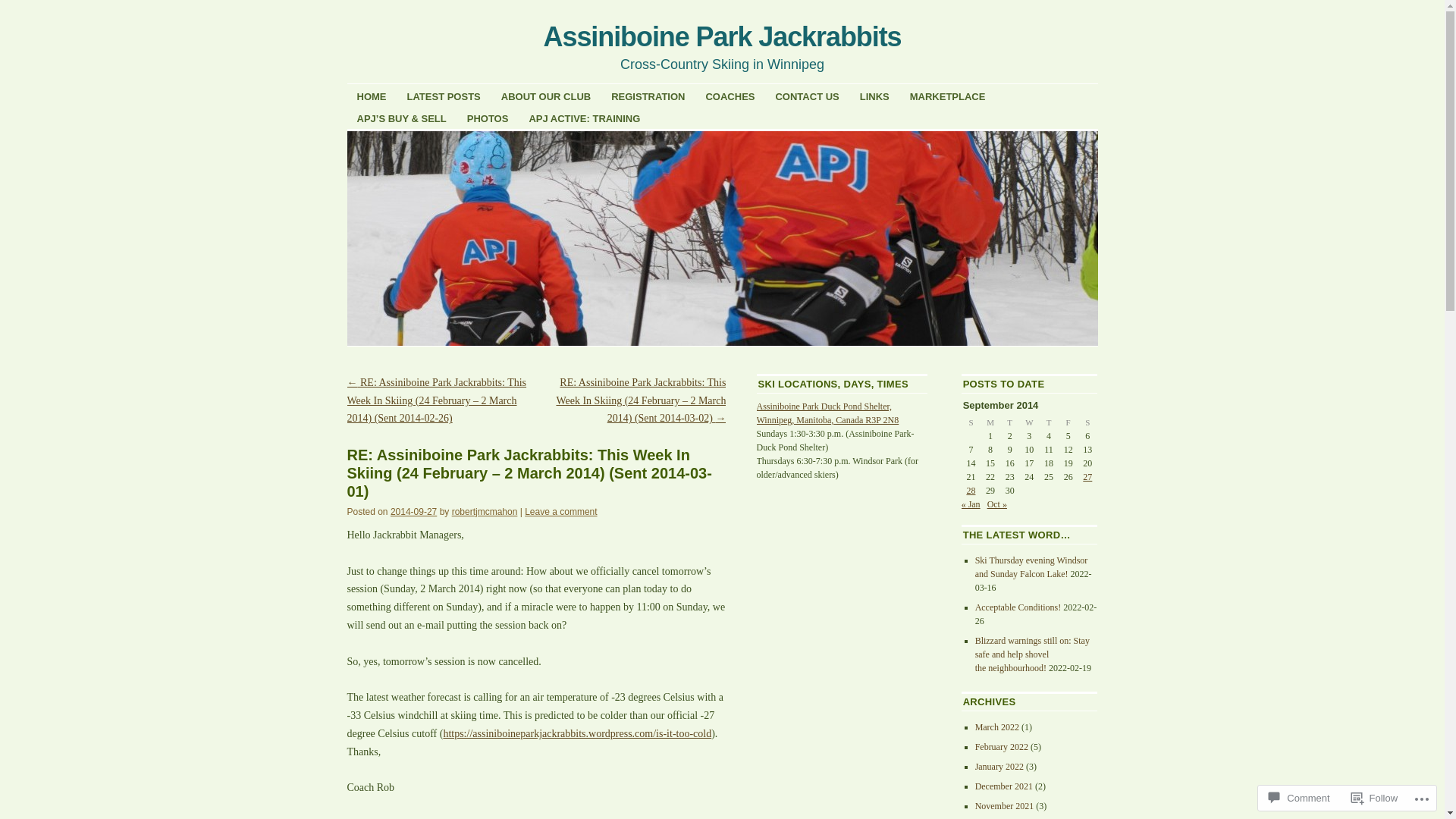 The width and height of the screenshot is (1456, 819). I want to click on 'REGISTRATION', so click(648, 96).